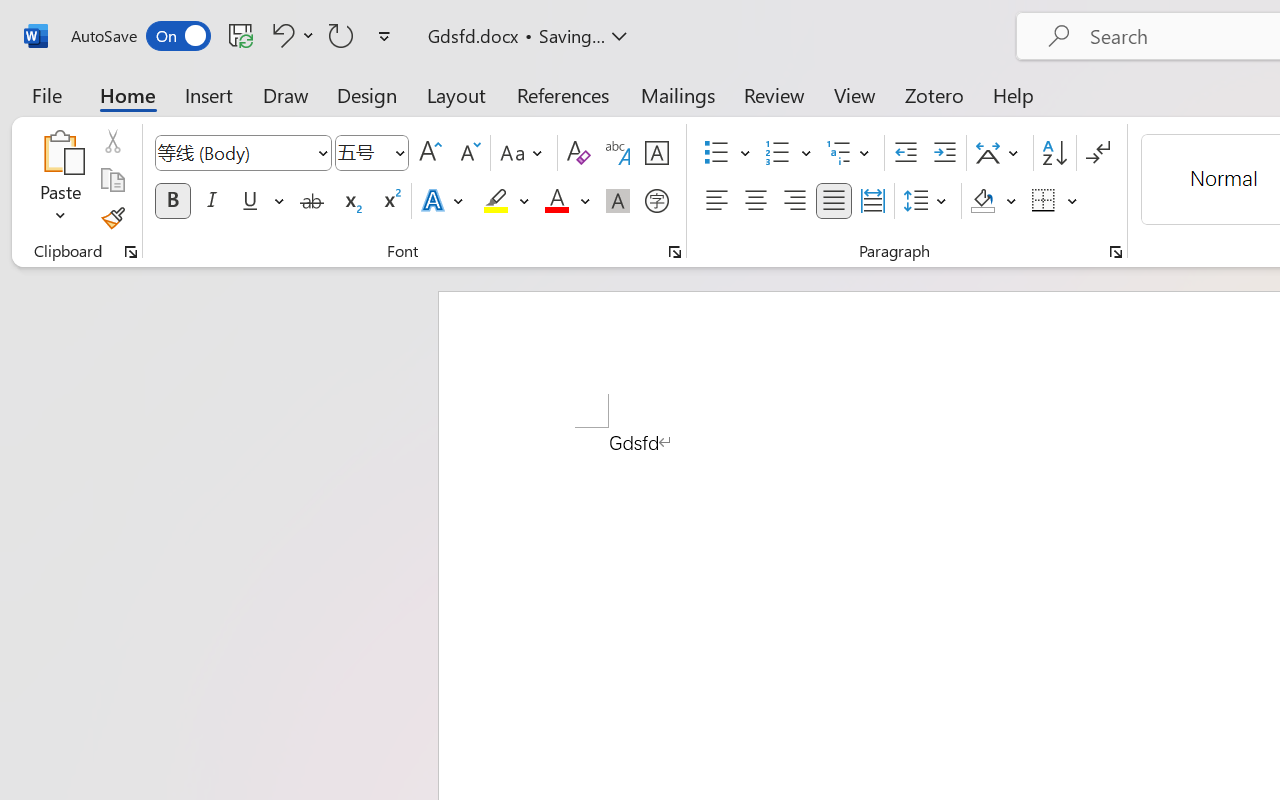 The width and height of the screenshot is (1280, 800). Describe the element at coordinates (429, 153) in the screenshot. I see `'Grow Font'` at that location.